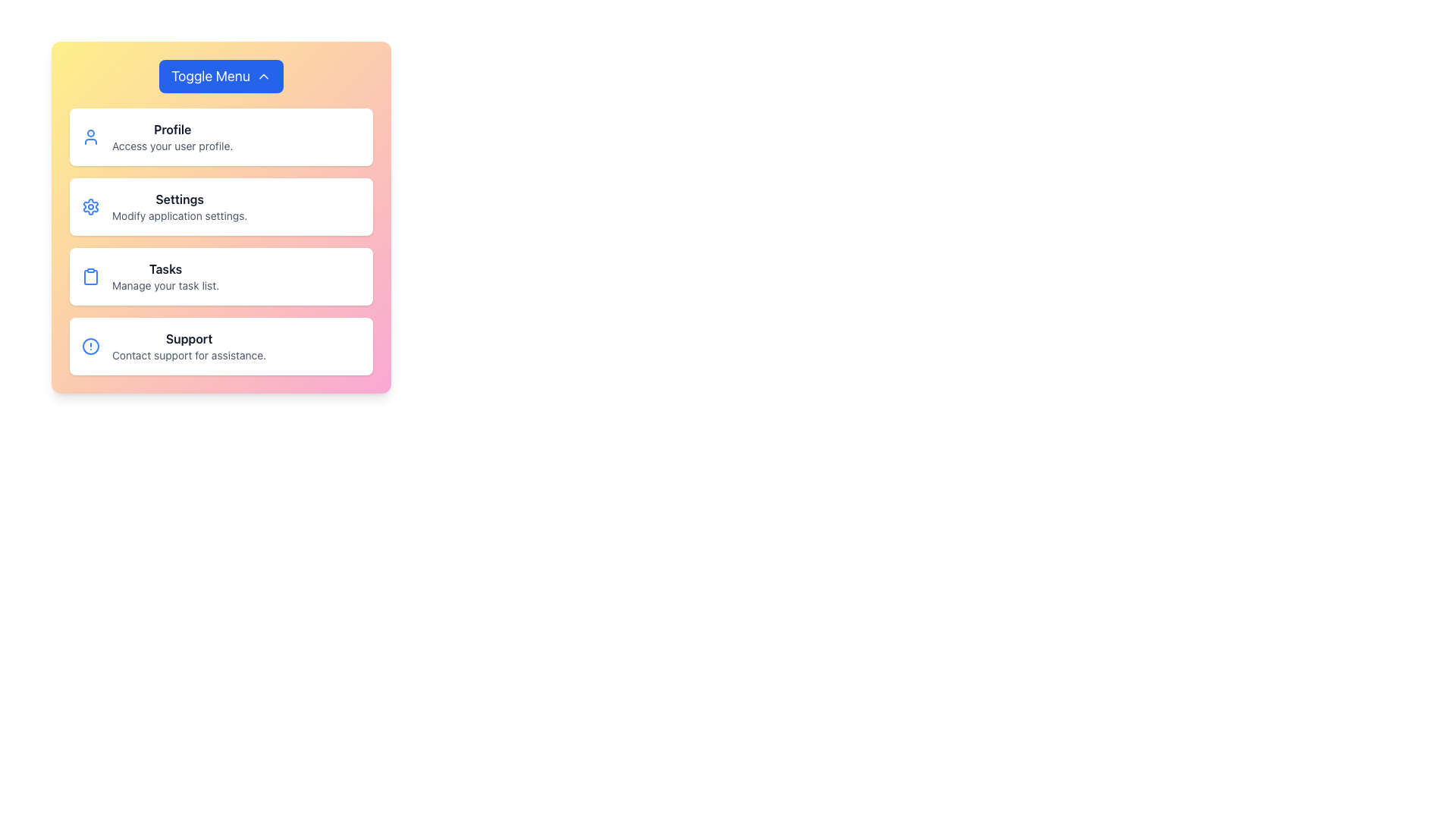 Image resolution: width=1456 pixels, height=819 pixels. Describe the element at coordinates (180, 216) in the screenshot. I see `the static text label that reads 'Modify application settings.', which is positioned below the 'Settings' title and styled in gray color` at that location.